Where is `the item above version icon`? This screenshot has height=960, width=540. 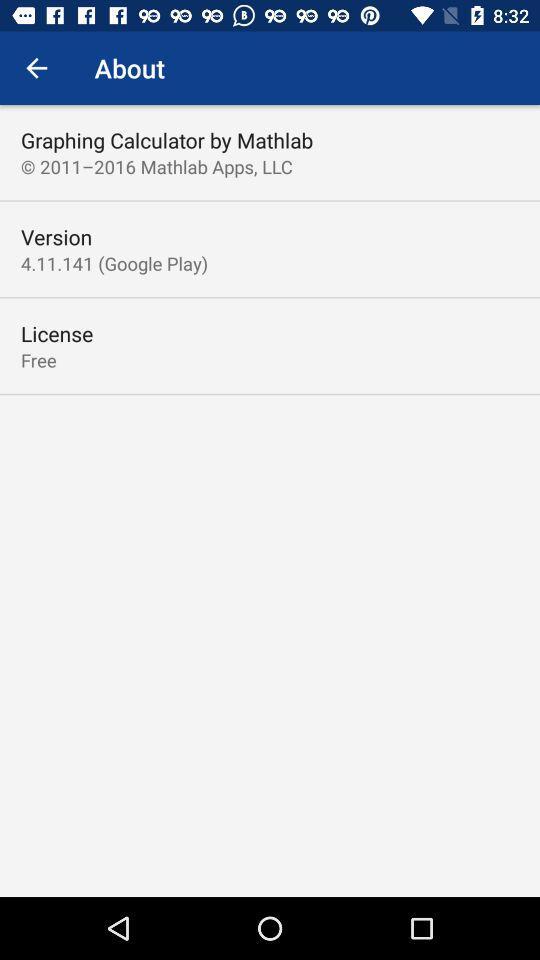 the item above version icon is located at coordinates (155, 165).